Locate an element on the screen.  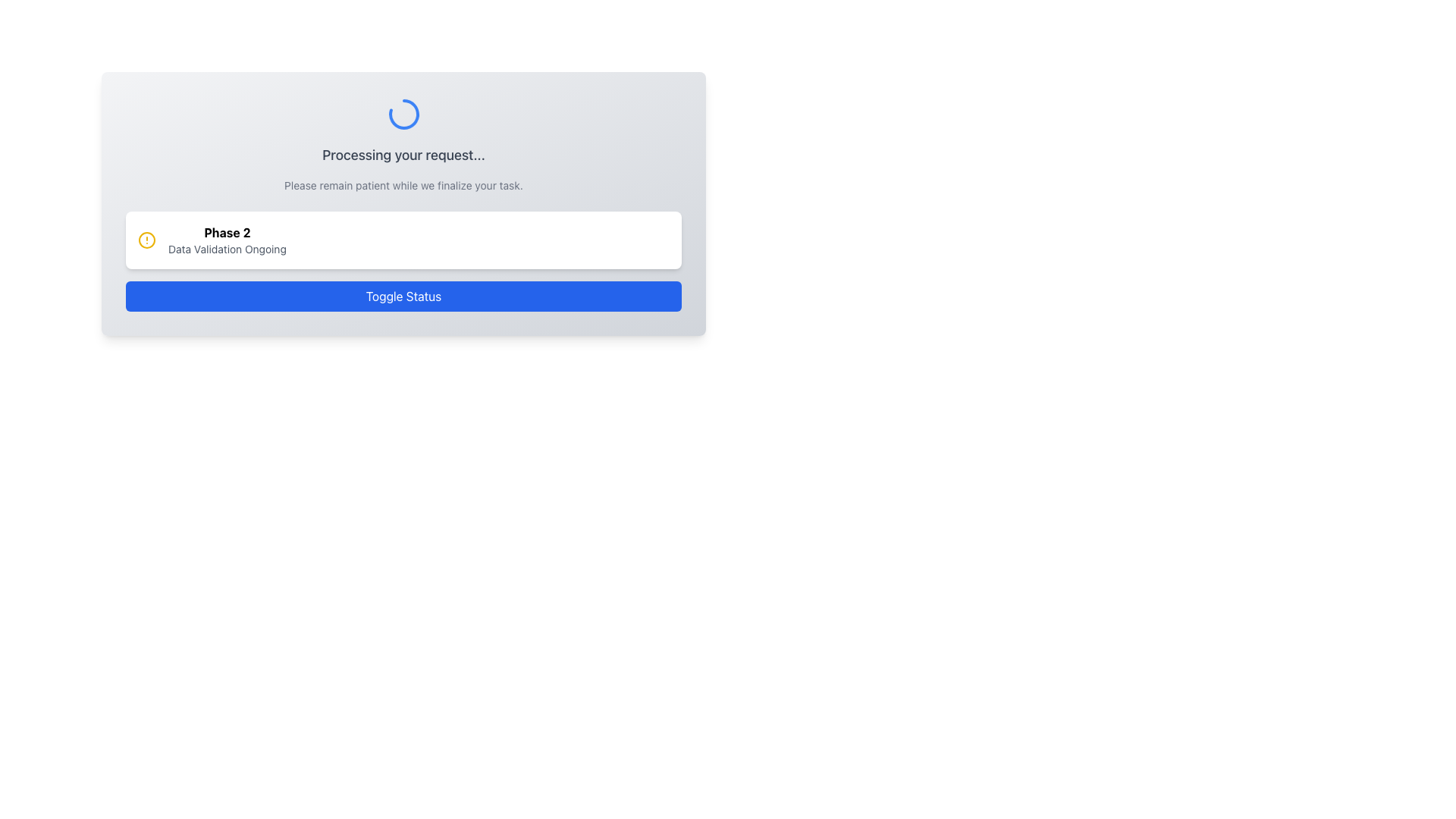
the visual status of the Alert Indicator icon located to the left of the text 'Phase 2' and above 'Data Validation Ongoing' is located at coordinates (146, 239).